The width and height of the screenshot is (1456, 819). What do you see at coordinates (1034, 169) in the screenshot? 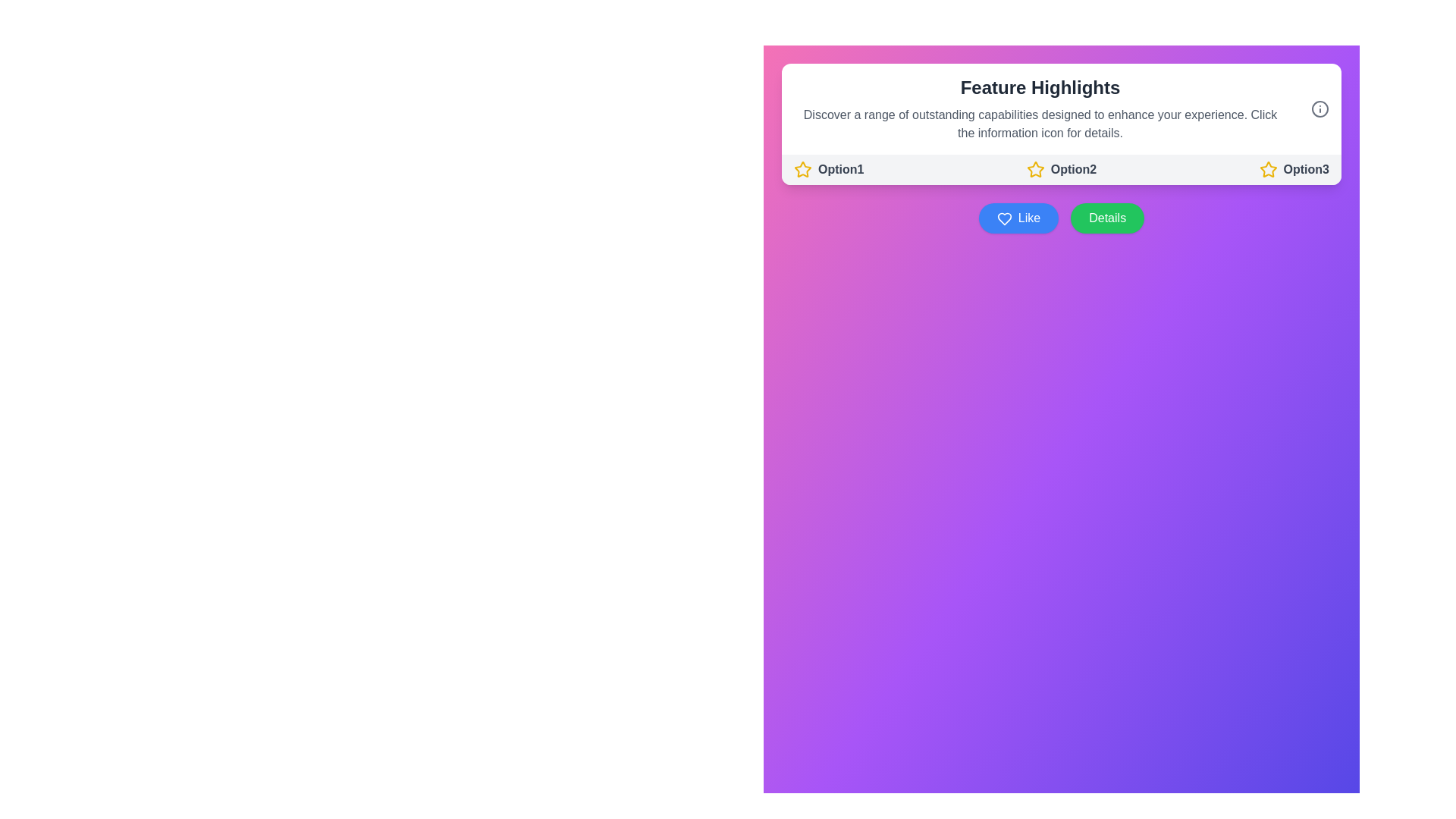
I see `the icon` at bounding box center [1034, 169].